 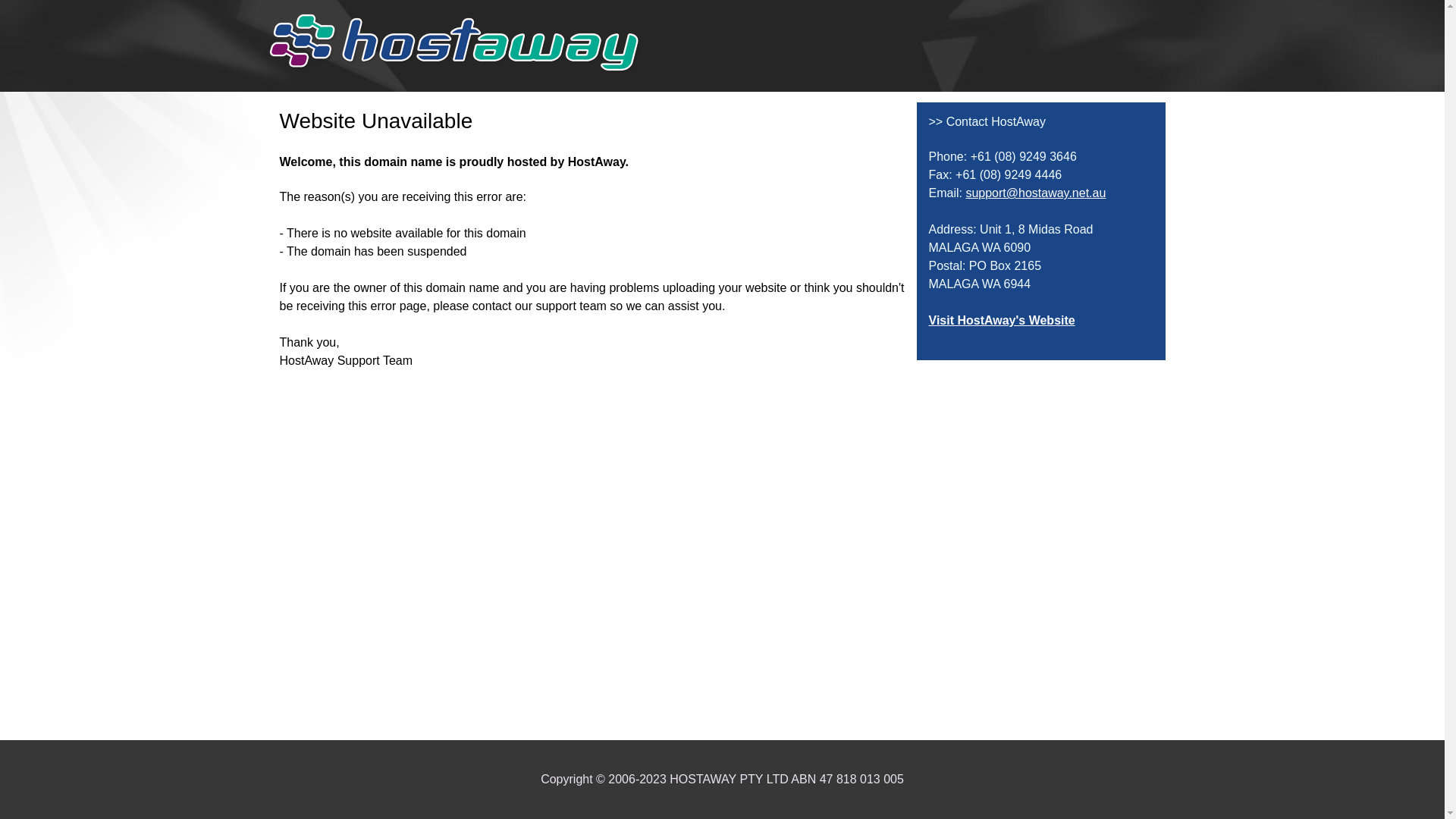 I want to click on 'Visit HostAway's Website', so click(x=1001, y=319).